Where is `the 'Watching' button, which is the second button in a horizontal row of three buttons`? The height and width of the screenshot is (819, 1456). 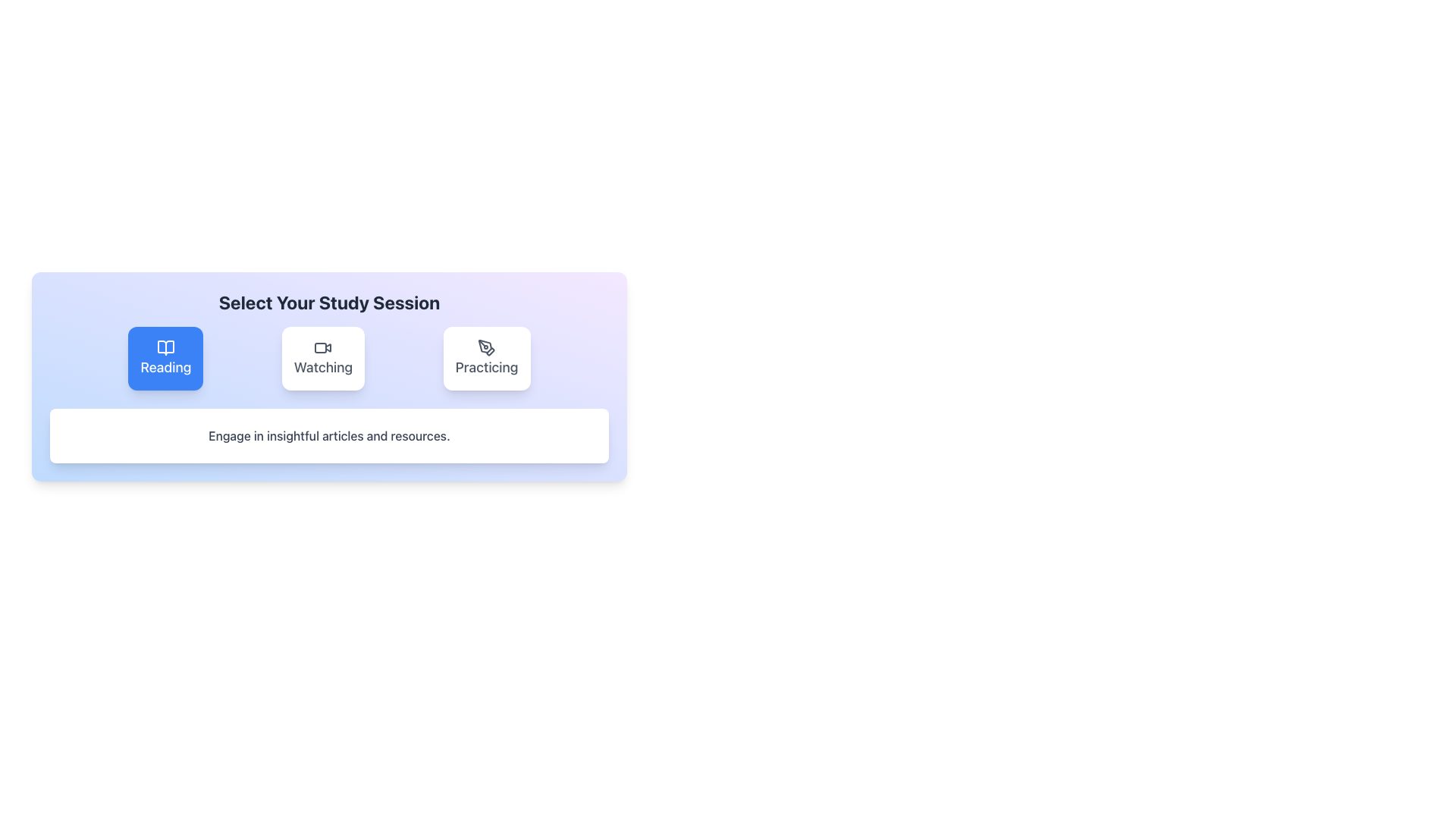
the 'Watching' button, which is the second button in a horizontal row of three buttons is located at coordinates (322, 359).